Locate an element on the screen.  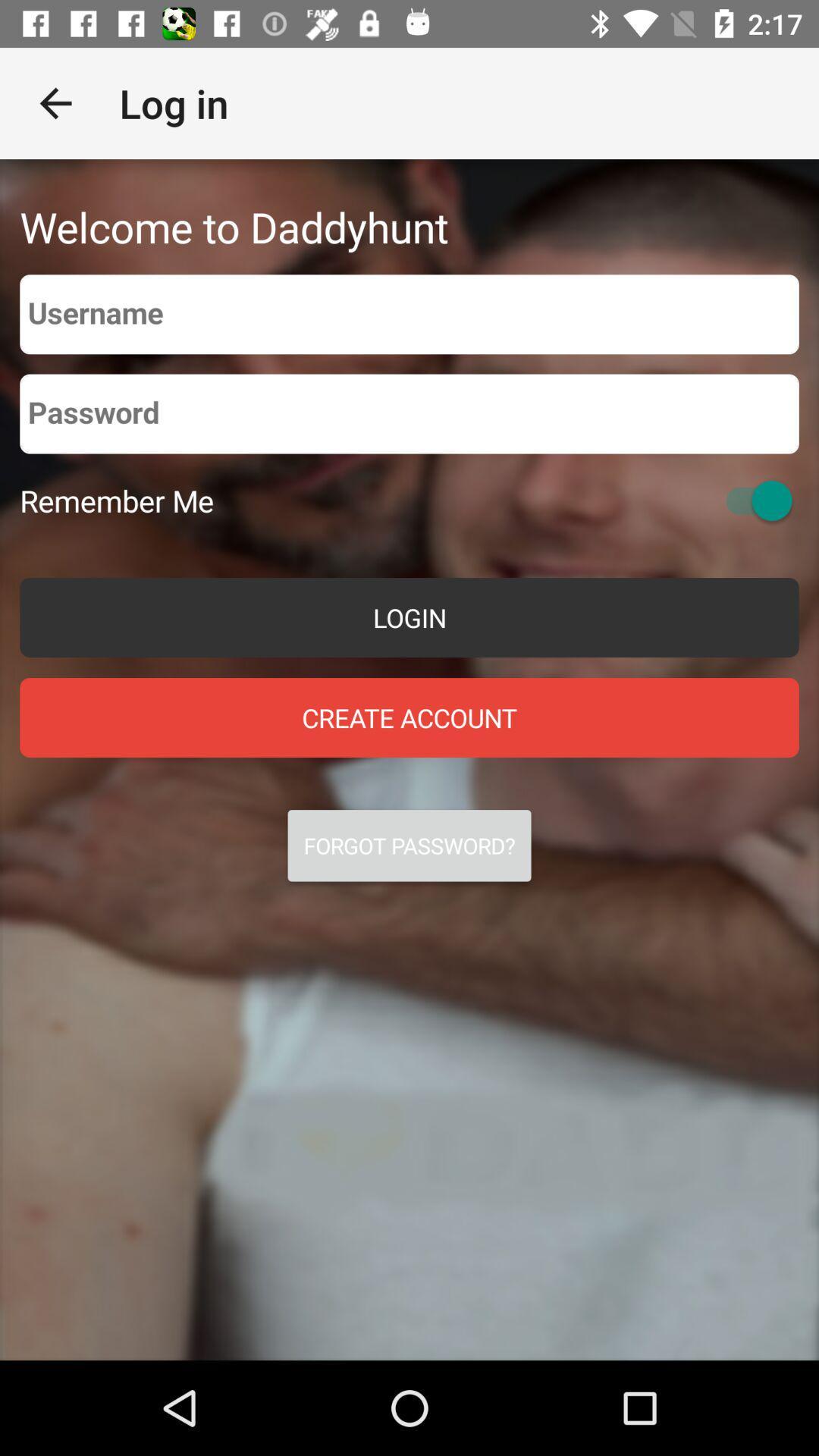
login item is located at coordinates (409, 617).